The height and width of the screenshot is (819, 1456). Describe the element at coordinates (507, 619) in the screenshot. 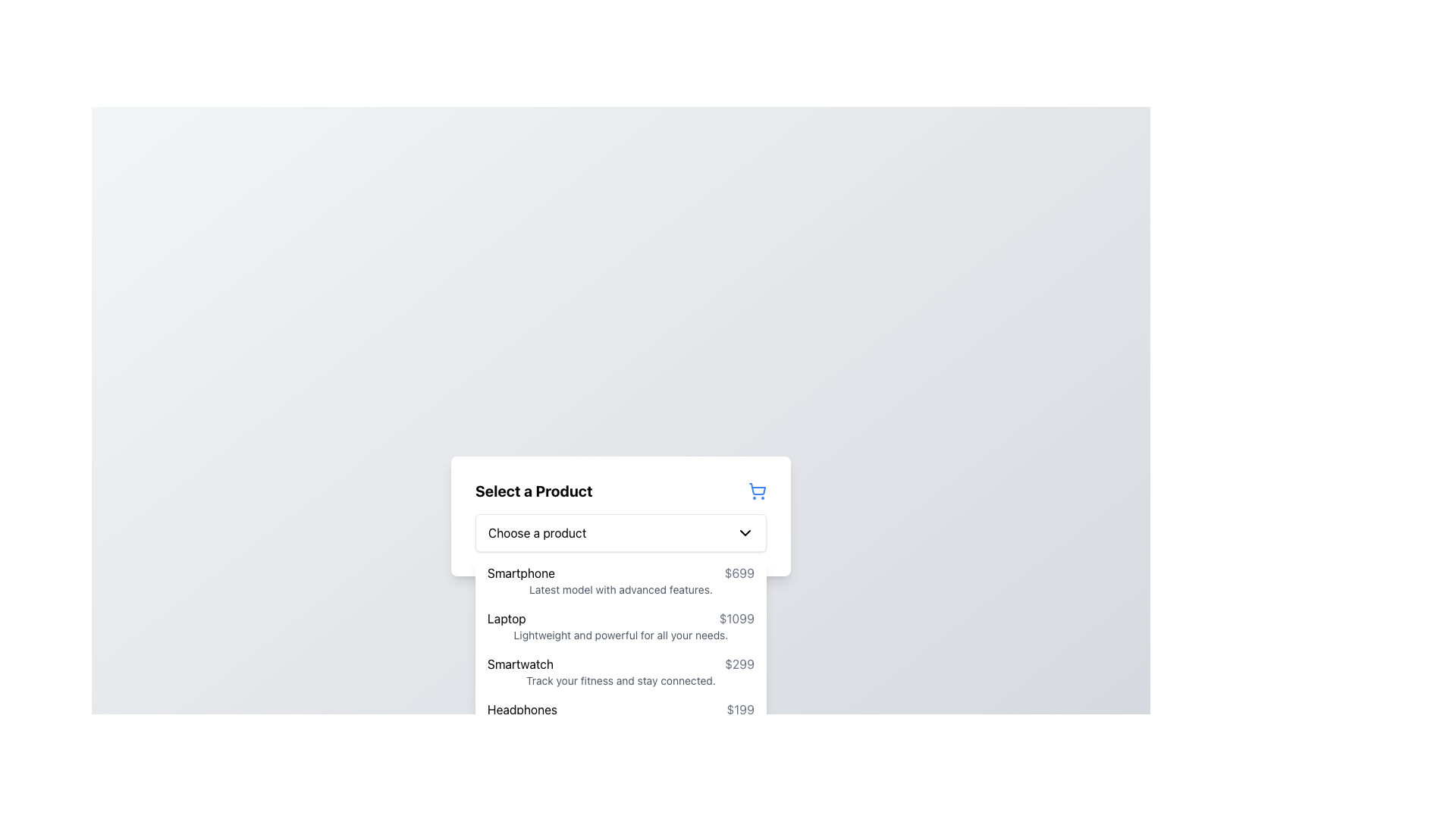

I see `the 'Laptop' text label in the dropdown menu under the 'Select a Product' section, which is the second item in the list before the price text '$1099'` at that location.